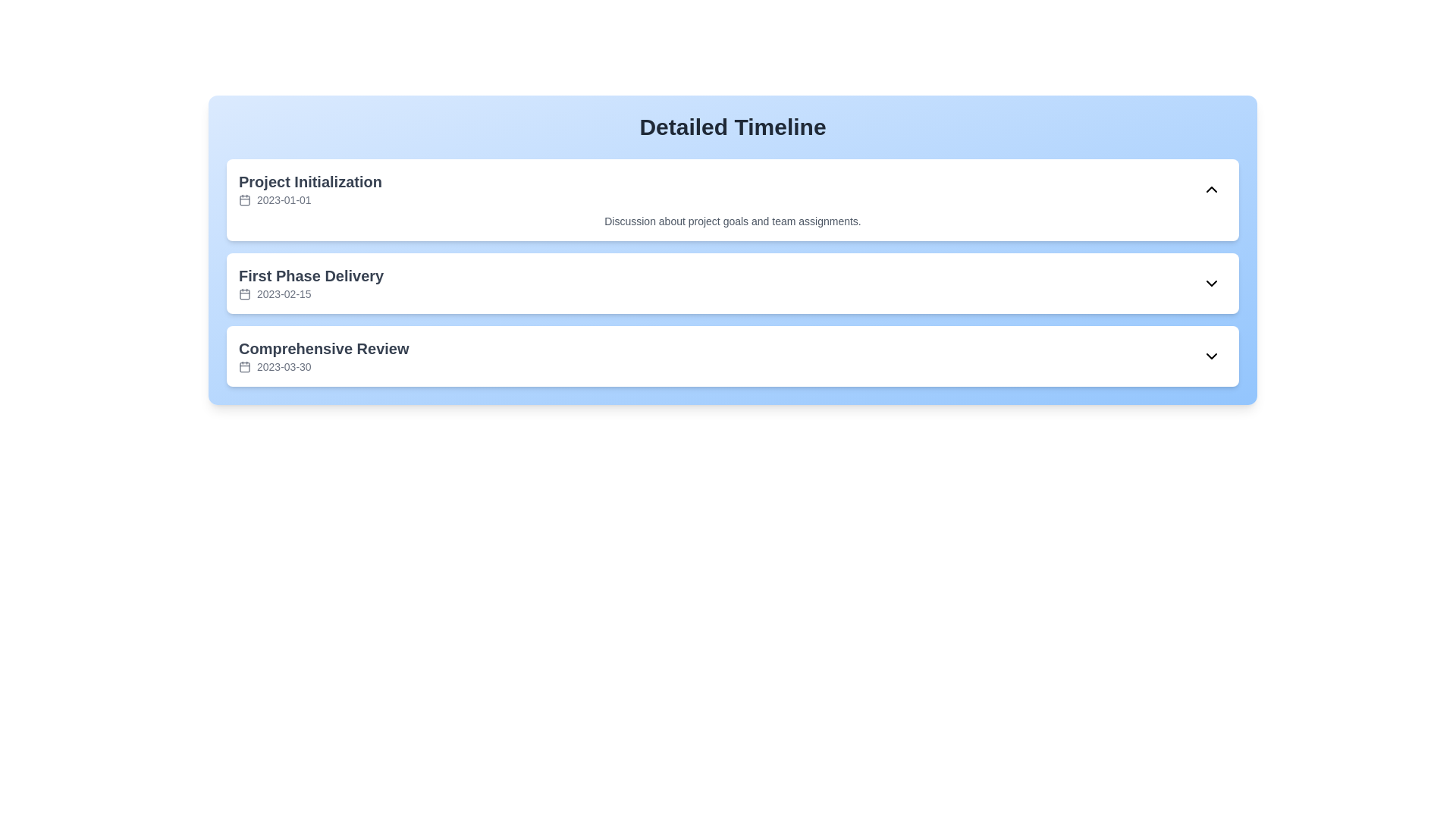 This screenshot has height=819, width=1456. Describe the element at coordinates (244, 294) in the screenshot. I see `the calendar icon located to the left of the date '2023-02-15' in the second event entry labeled 'First Phase Delivery'` at that location.